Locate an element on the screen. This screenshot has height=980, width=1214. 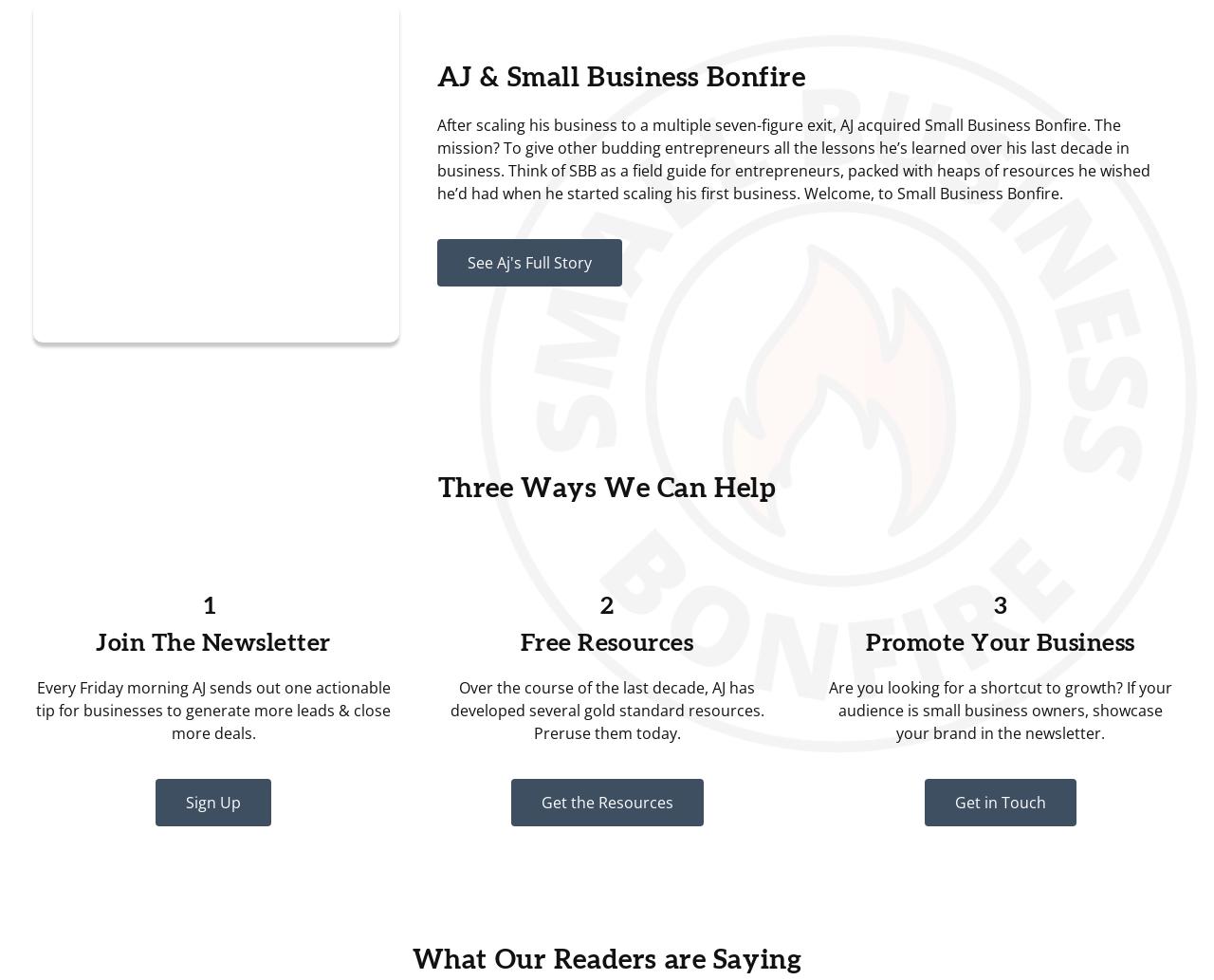
'After scaling his business to a multiple seven-figure exit, AJ acquired Small Business Bonfire. The mission? To give other budding entrepreneurs all the lessons he’s learned over his last decade in business. Think of SBB as a field guide for entrepreneurs, packed with heaps of resources he wished he’d had when he started scaling his first business. Welcome, to Small Business Bonfire.' is located at coordinates (792, 158).